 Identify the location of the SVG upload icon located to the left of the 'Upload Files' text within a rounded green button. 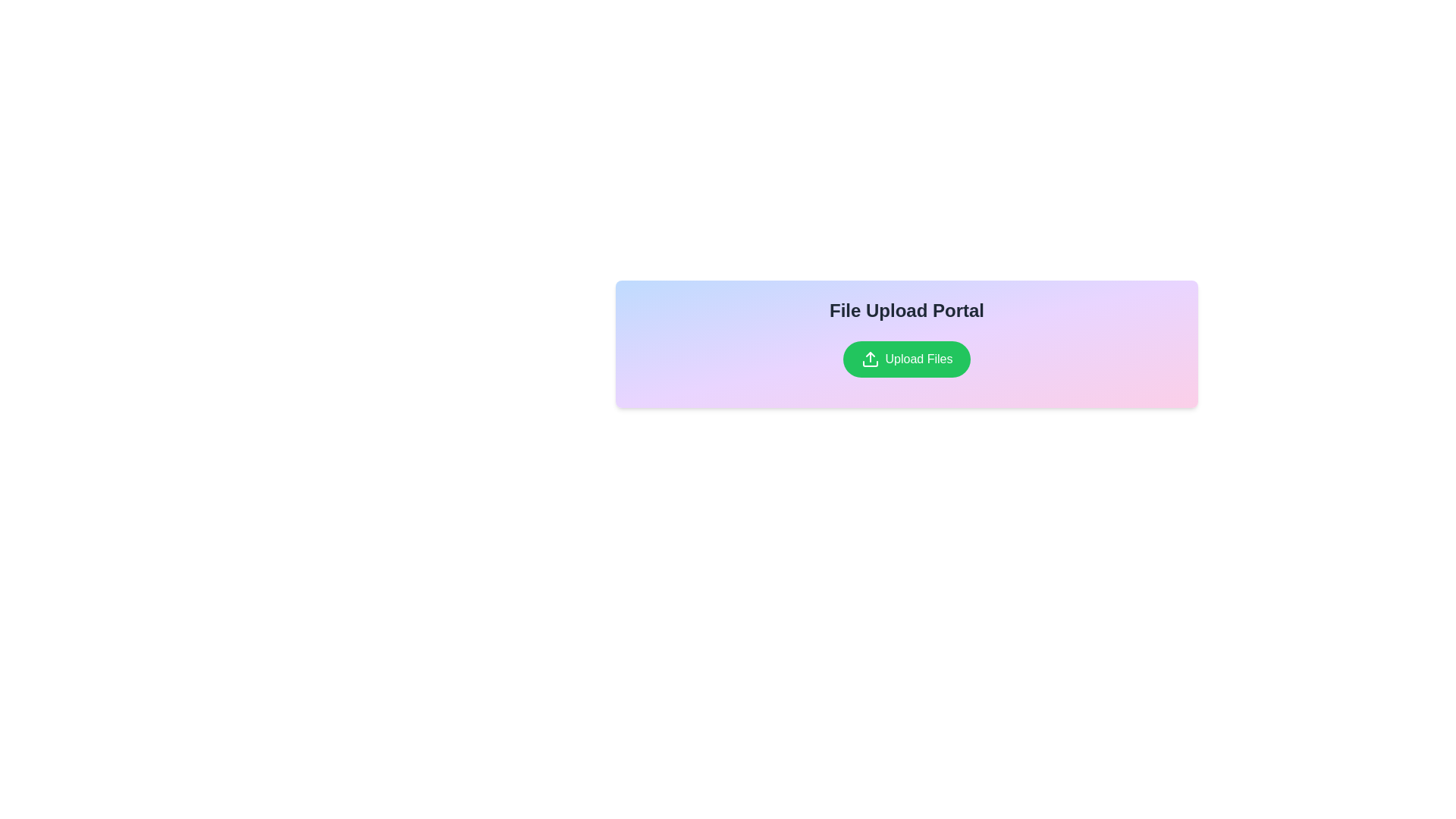
(870, 359).